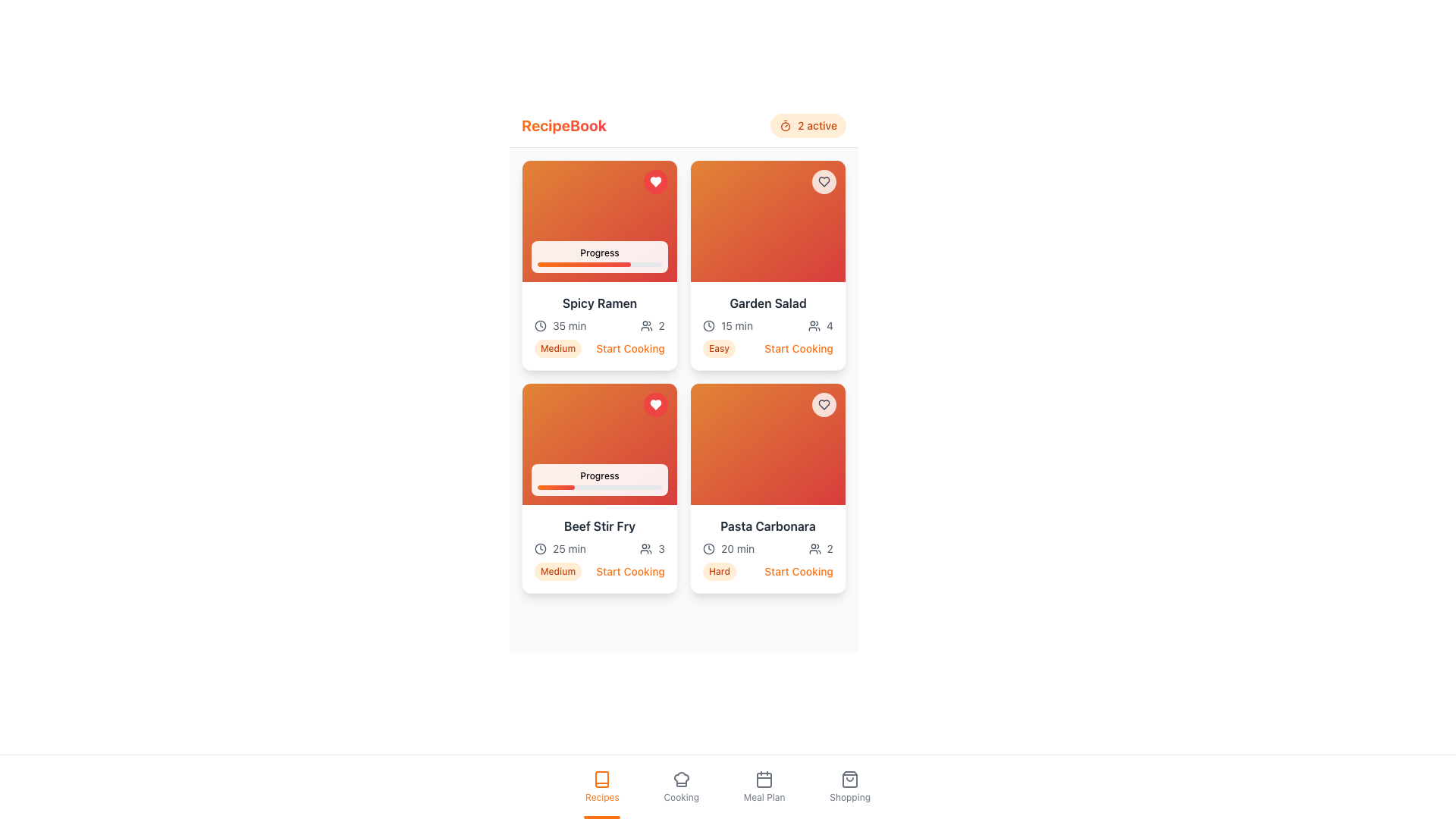 The image size is (1456, 819). Describe the element at coordinates (814, 325) in the screenshot. I see `the group of users icon located in the top-right quadrant of the 'Garden Salad' card, adjacent to the number '4', to interpret the information contextually` at that location.